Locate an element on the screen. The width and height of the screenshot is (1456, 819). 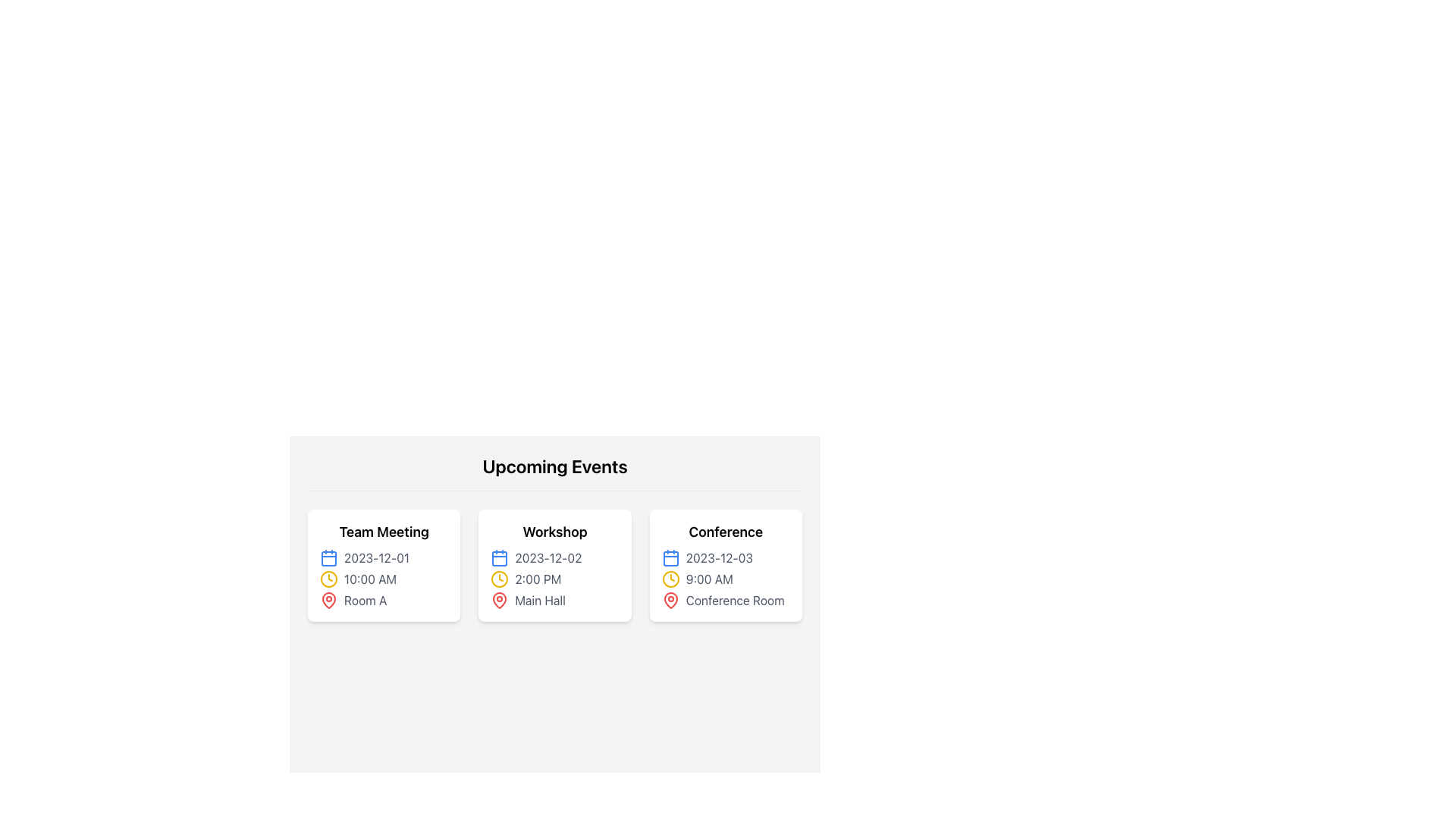
the location marker icon in the 'Team Meeting' card located near 'Room A' in the 'Upcoming Events' section is located at coordinates (328, 598).